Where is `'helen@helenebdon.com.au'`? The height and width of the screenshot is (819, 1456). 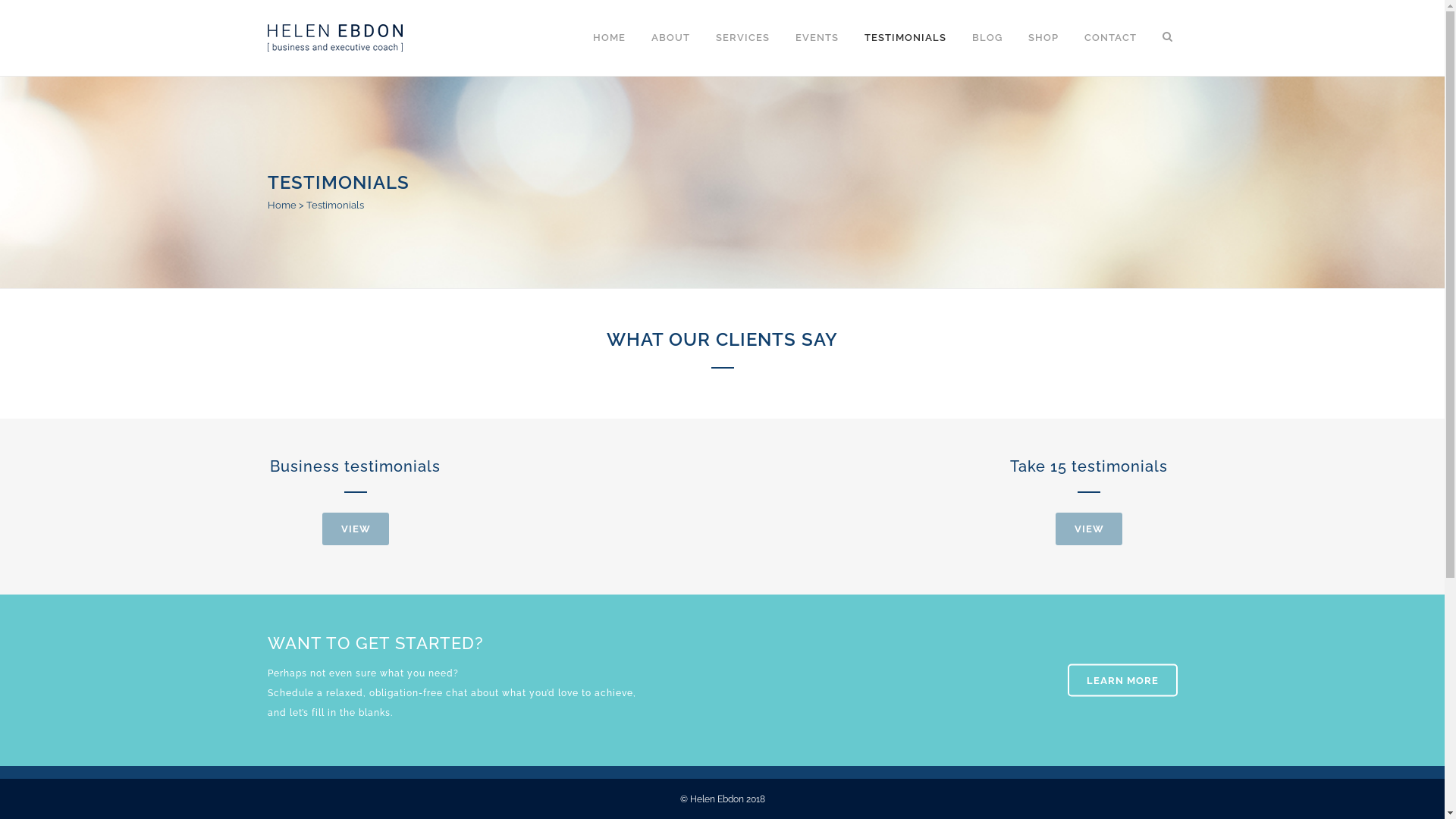
'helen@helenebdon.com.au' is located at coordinates (367, 643).